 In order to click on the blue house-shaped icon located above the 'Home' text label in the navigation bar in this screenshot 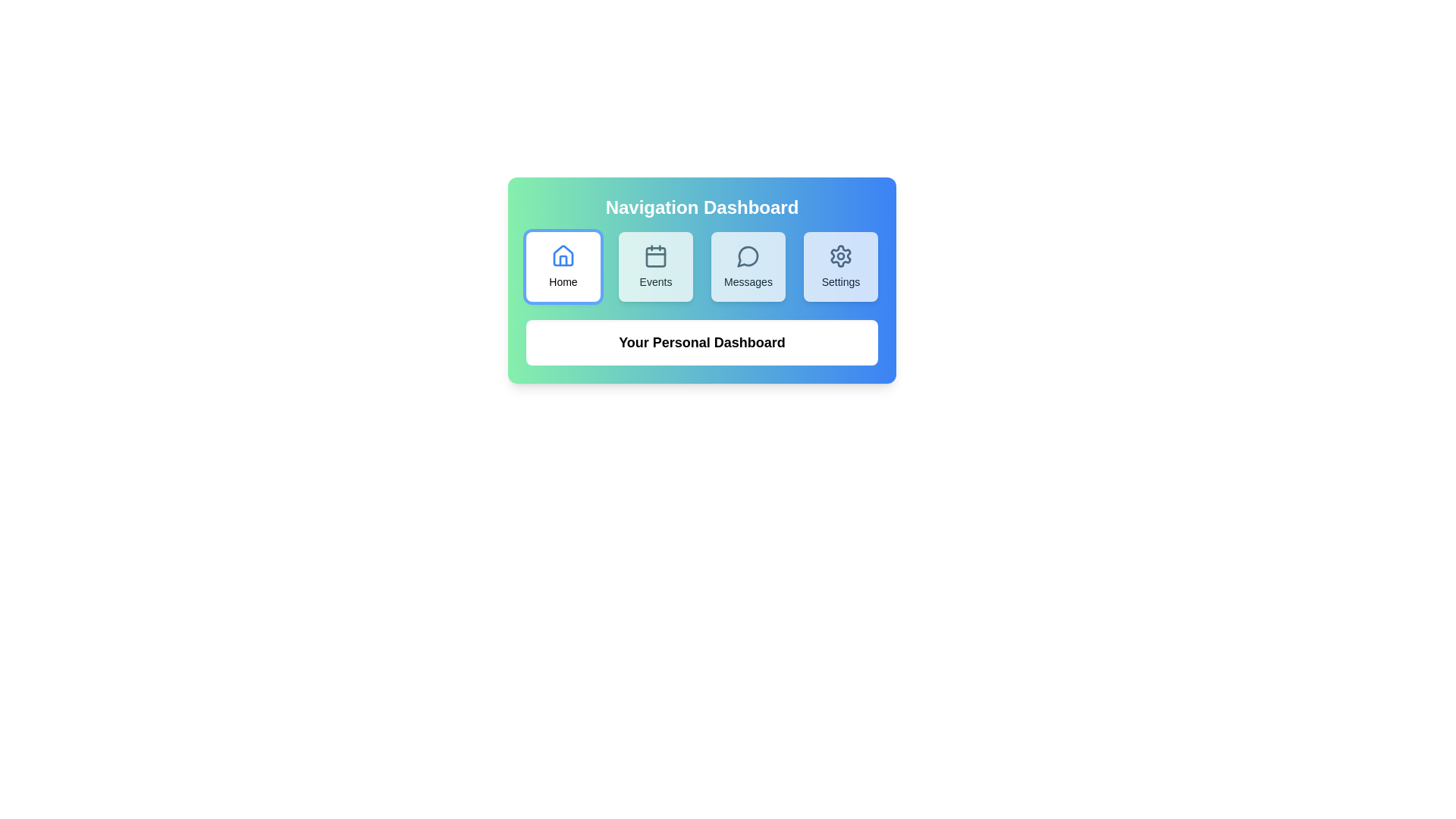, I will do `click(563, 256)`.